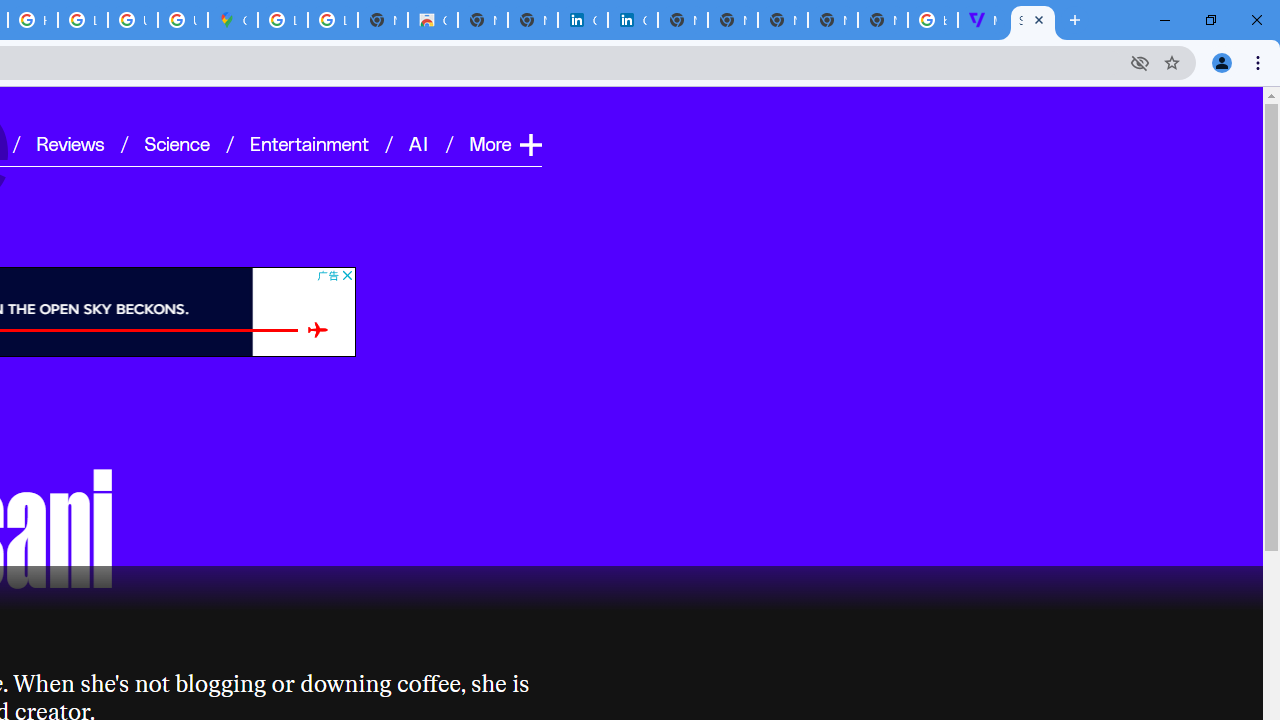 Image resolution: width=1280 pixels, height=720 pixels. What do you see at coordinates (346, 275) in the screenshot?
I see `'AutomationID: cbb'` at bounding box center [346, 275].